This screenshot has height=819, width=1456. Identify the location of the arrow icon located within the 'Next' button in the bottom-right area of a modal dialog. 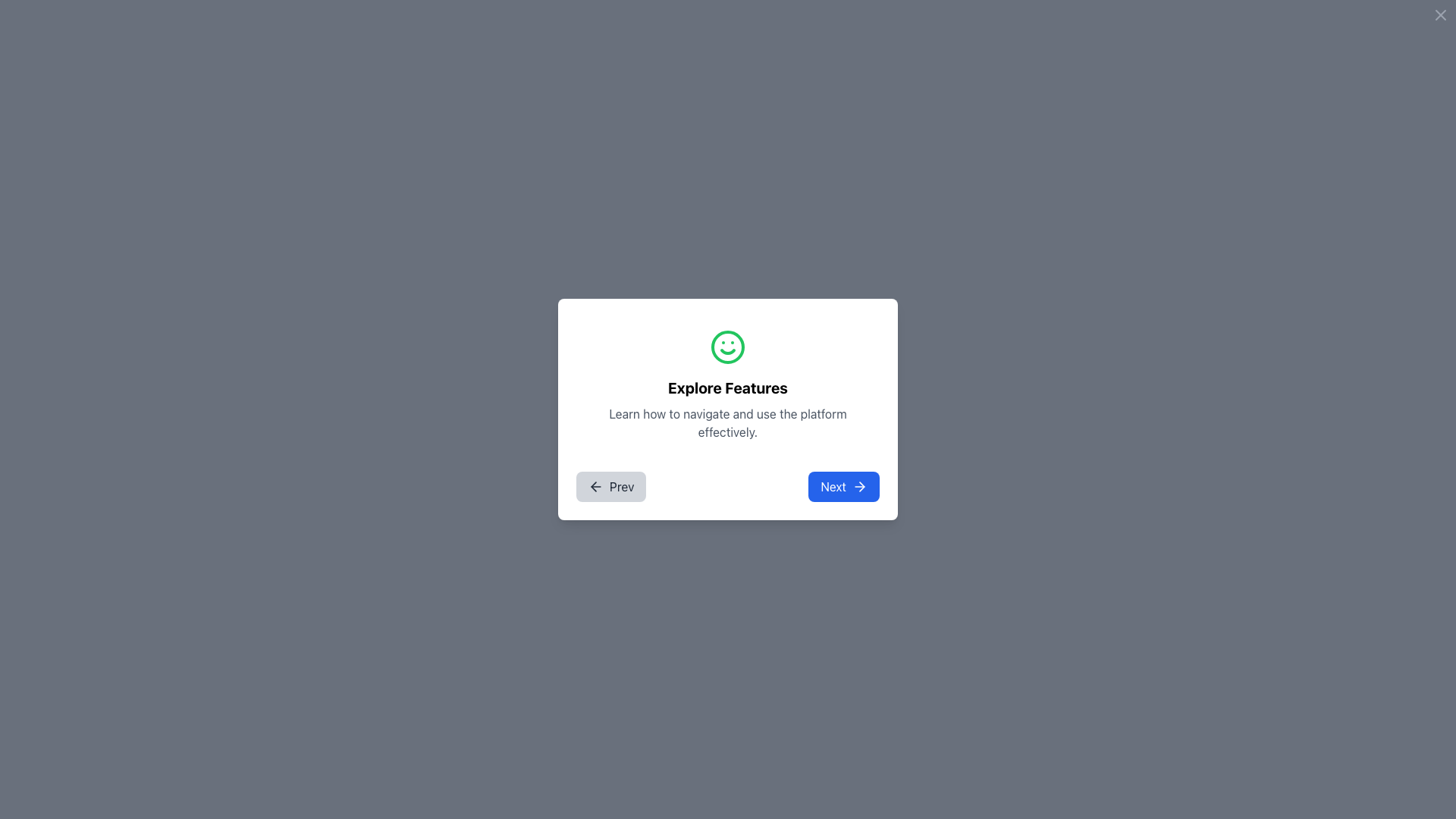
(861, 486).